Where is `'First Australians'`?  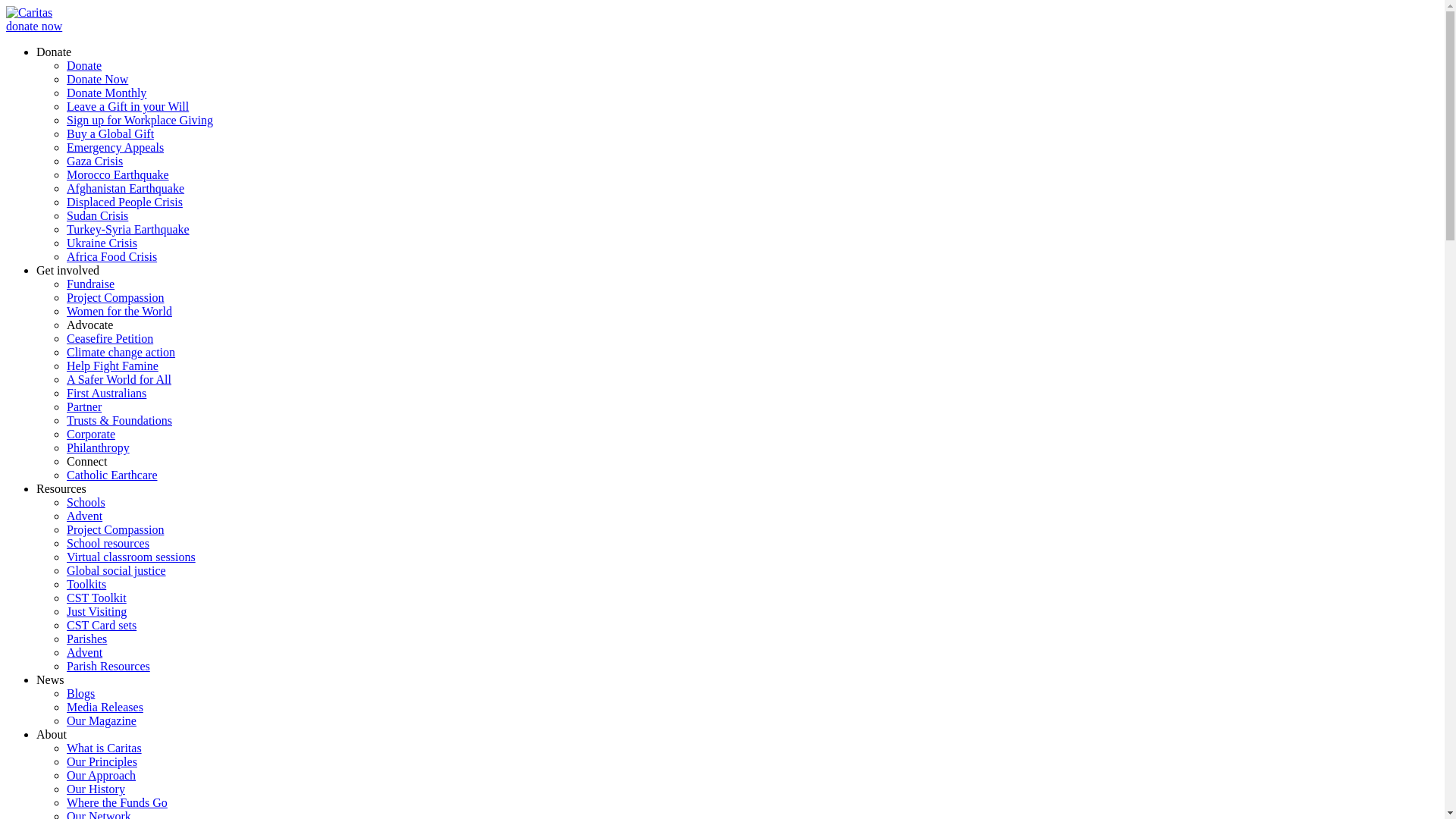
'First Australians' is located at coordinates (105, 392).